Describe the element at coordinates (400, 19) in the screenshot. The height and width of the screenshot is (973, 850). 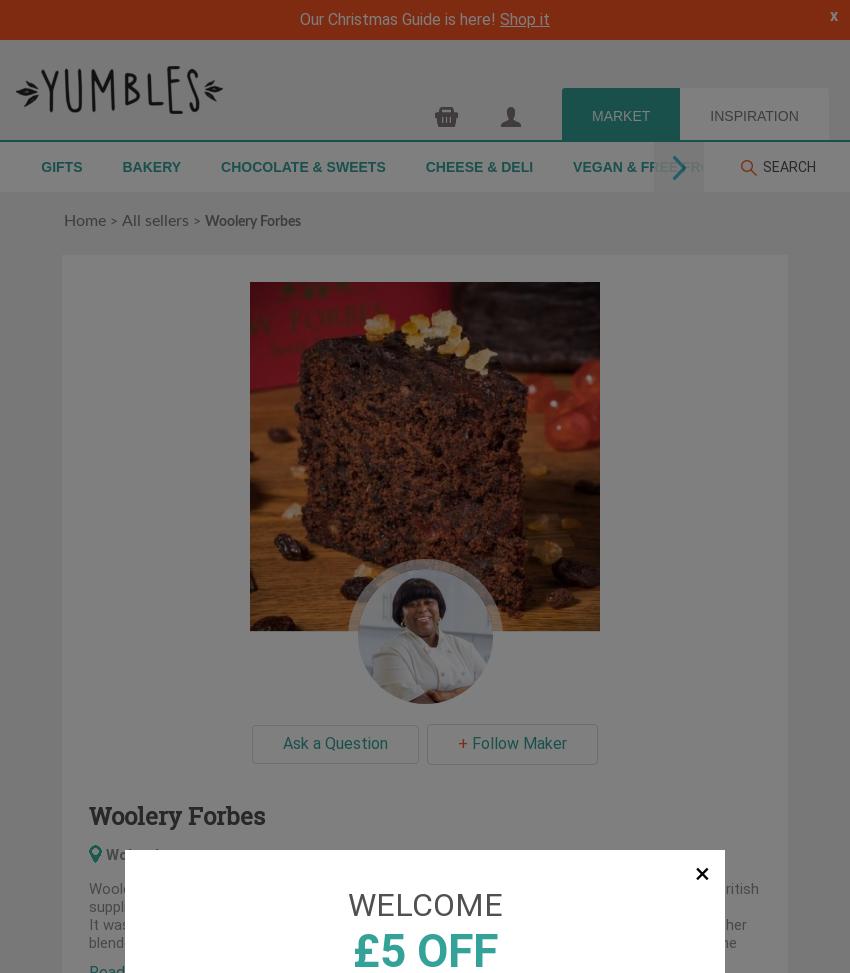
I see `'Our Christmas Guide is here!'` at that location.